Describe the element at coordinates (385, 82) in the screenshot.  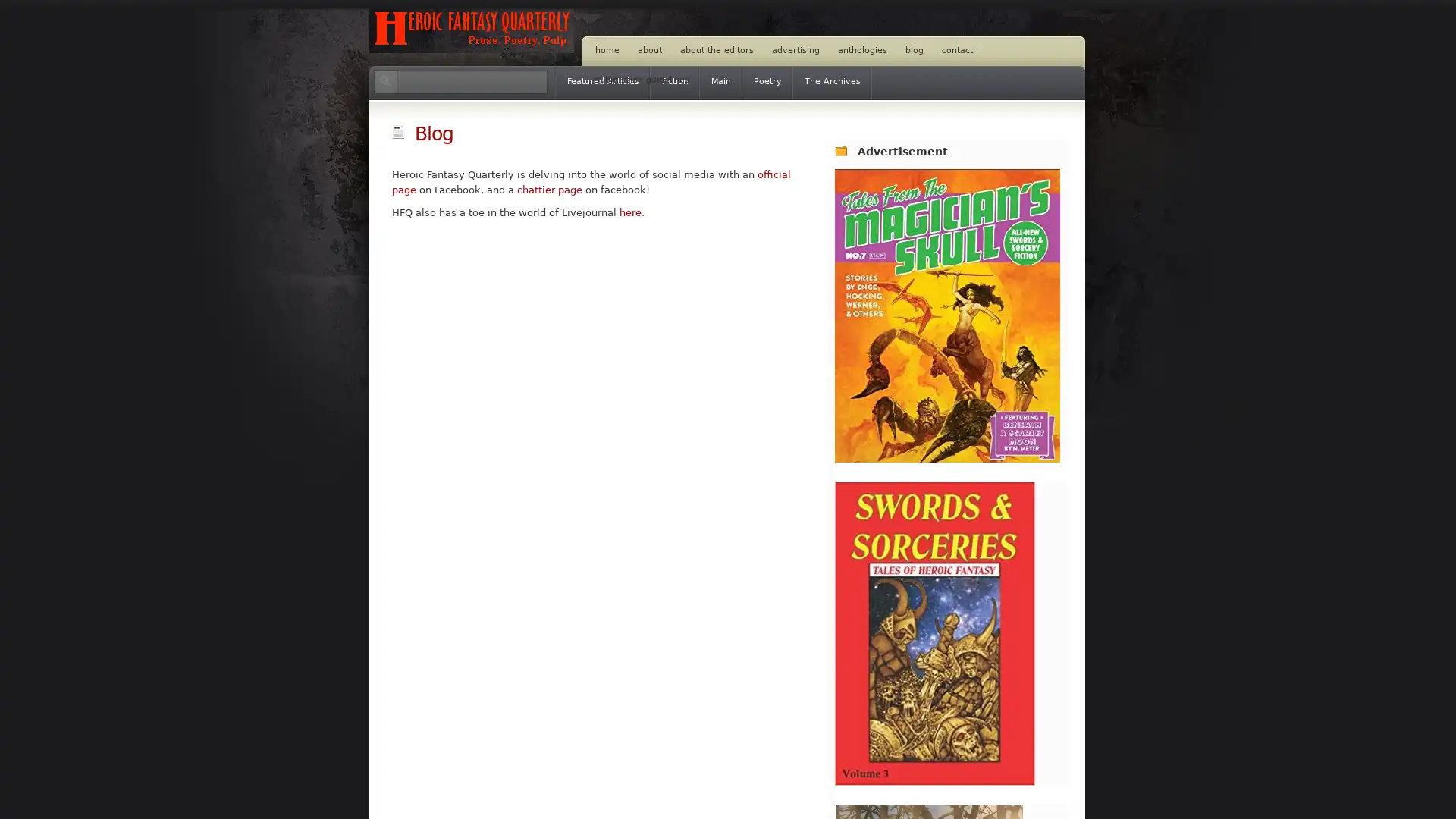
I see `Search` at that location.